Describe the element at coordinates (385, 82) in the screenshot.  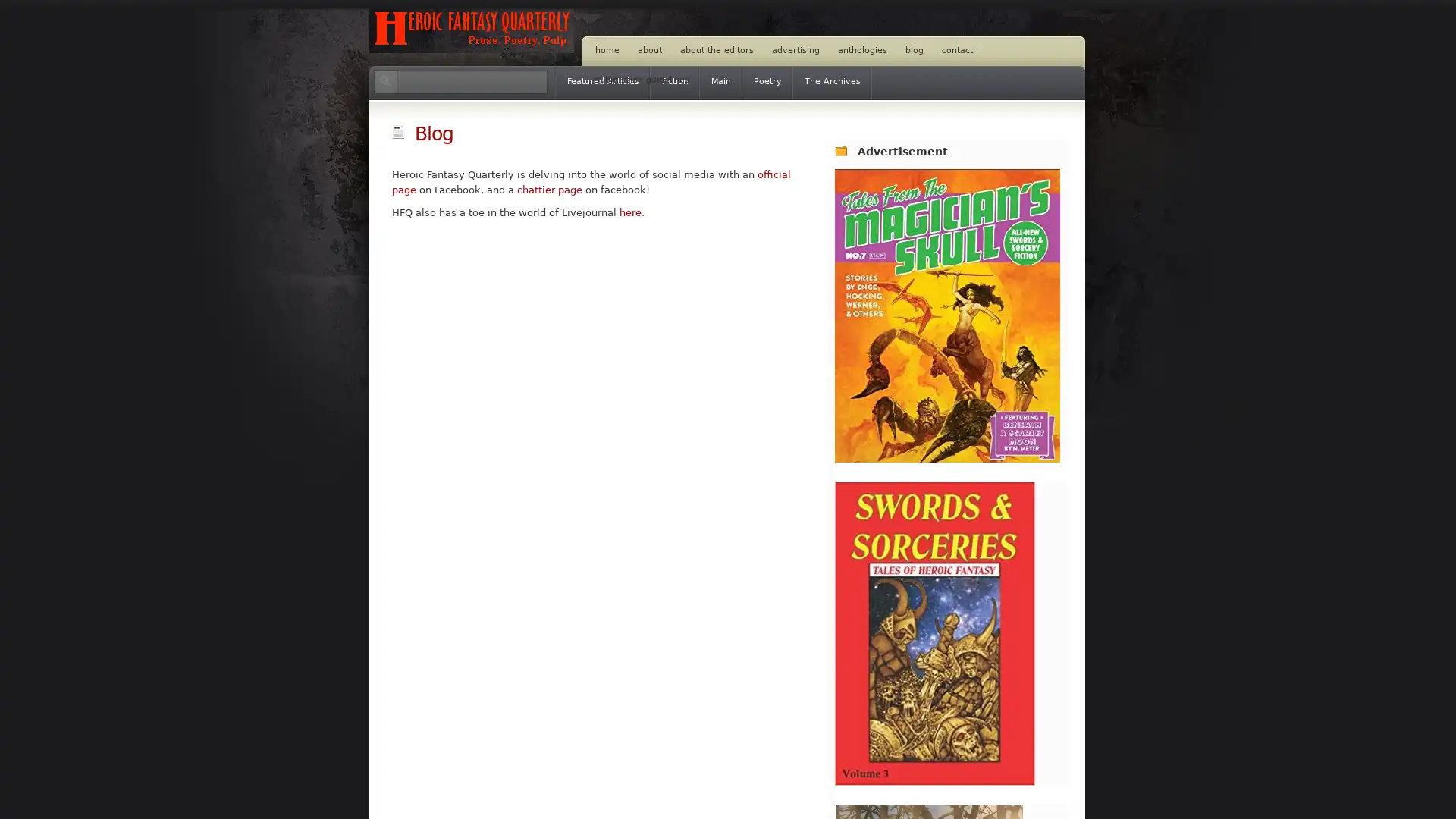
I see `Search` at that location.